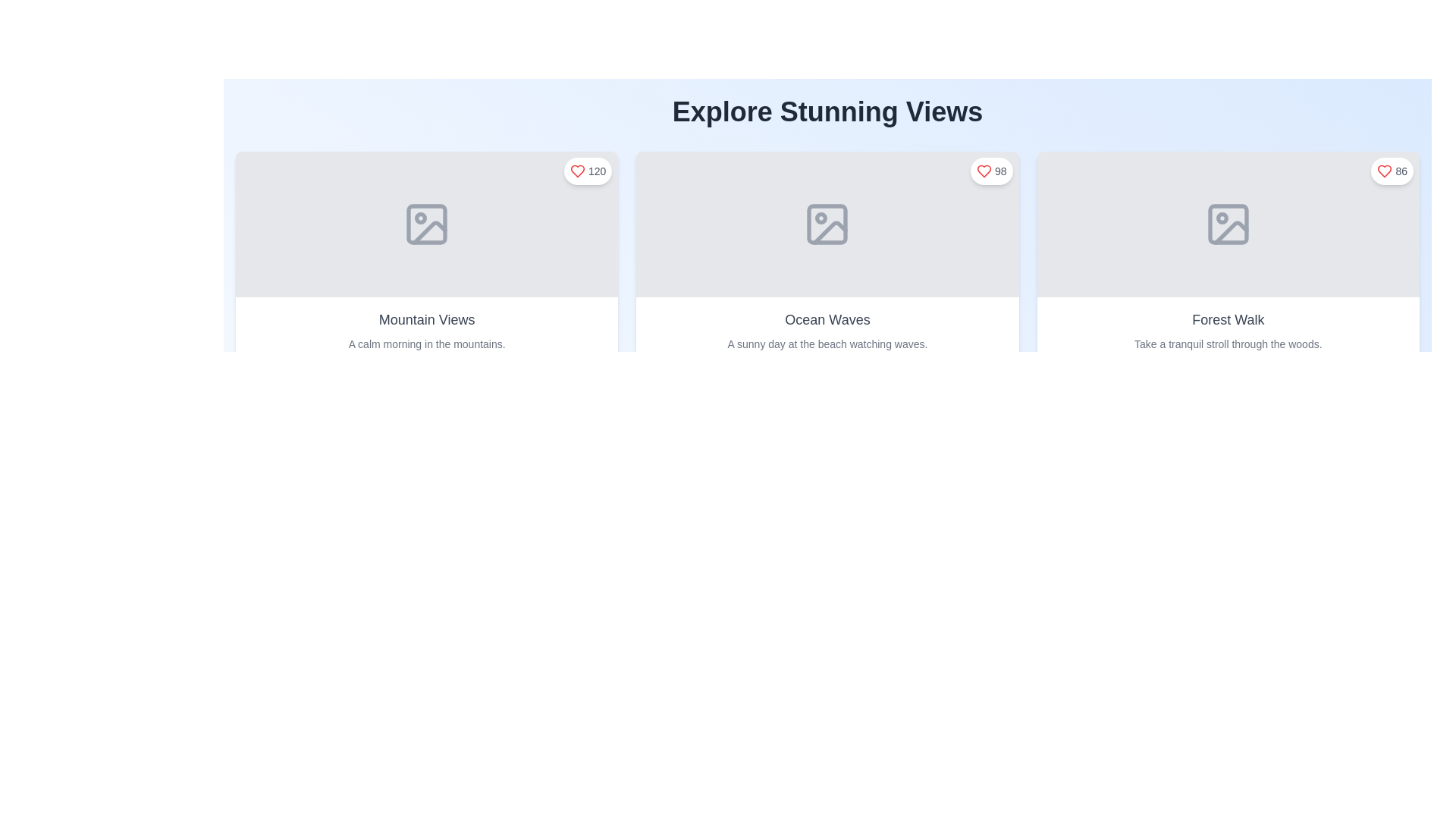 This screenshot has height=819, width=1456. I want to click on the decorative circle element within the SVG image located in the middle card labeled 'Ocean Waves', so click(821, 218).